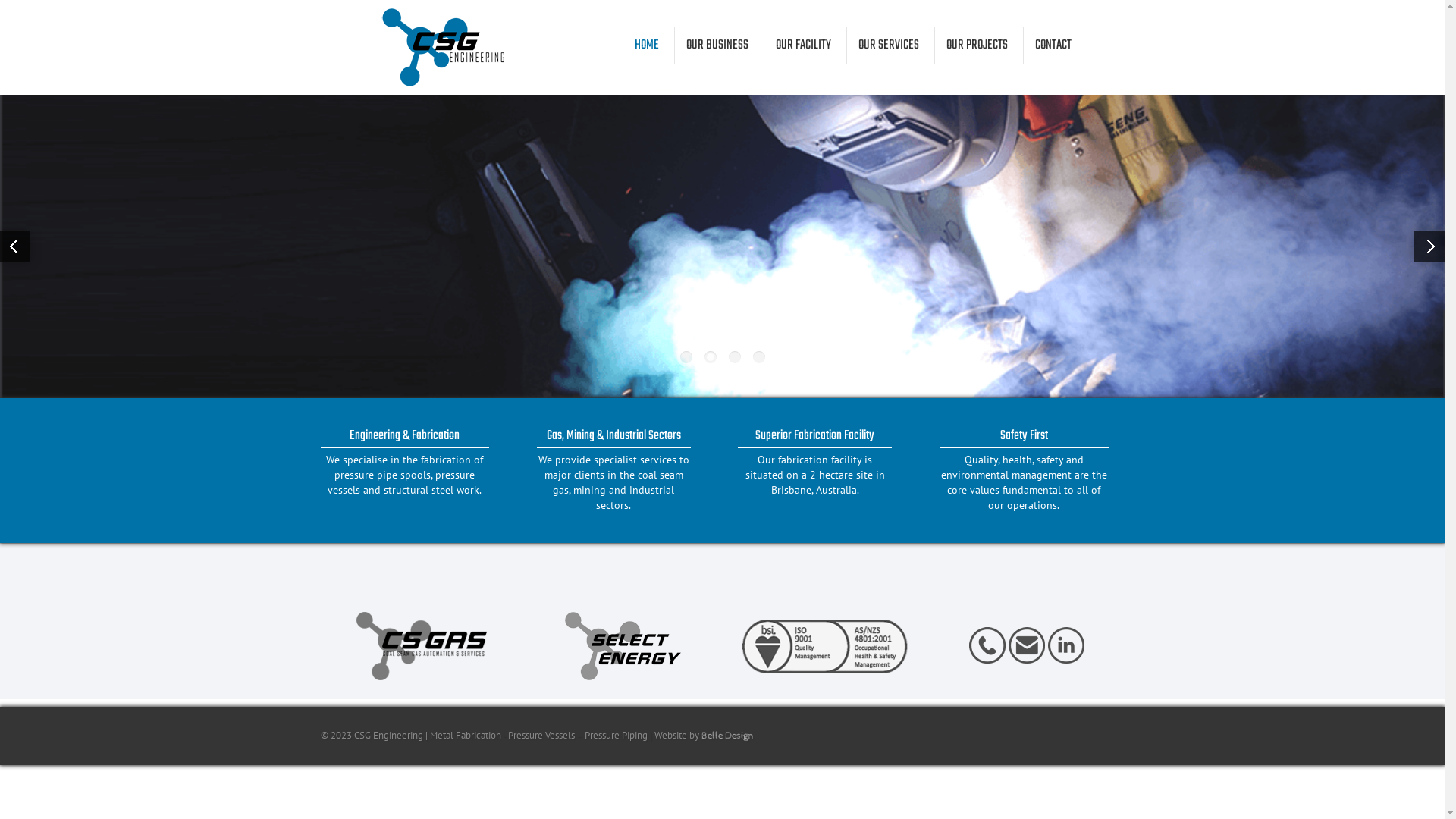  Describe the element at coordinates (684, 356) in the screenshot. I see `'1'` at that location.